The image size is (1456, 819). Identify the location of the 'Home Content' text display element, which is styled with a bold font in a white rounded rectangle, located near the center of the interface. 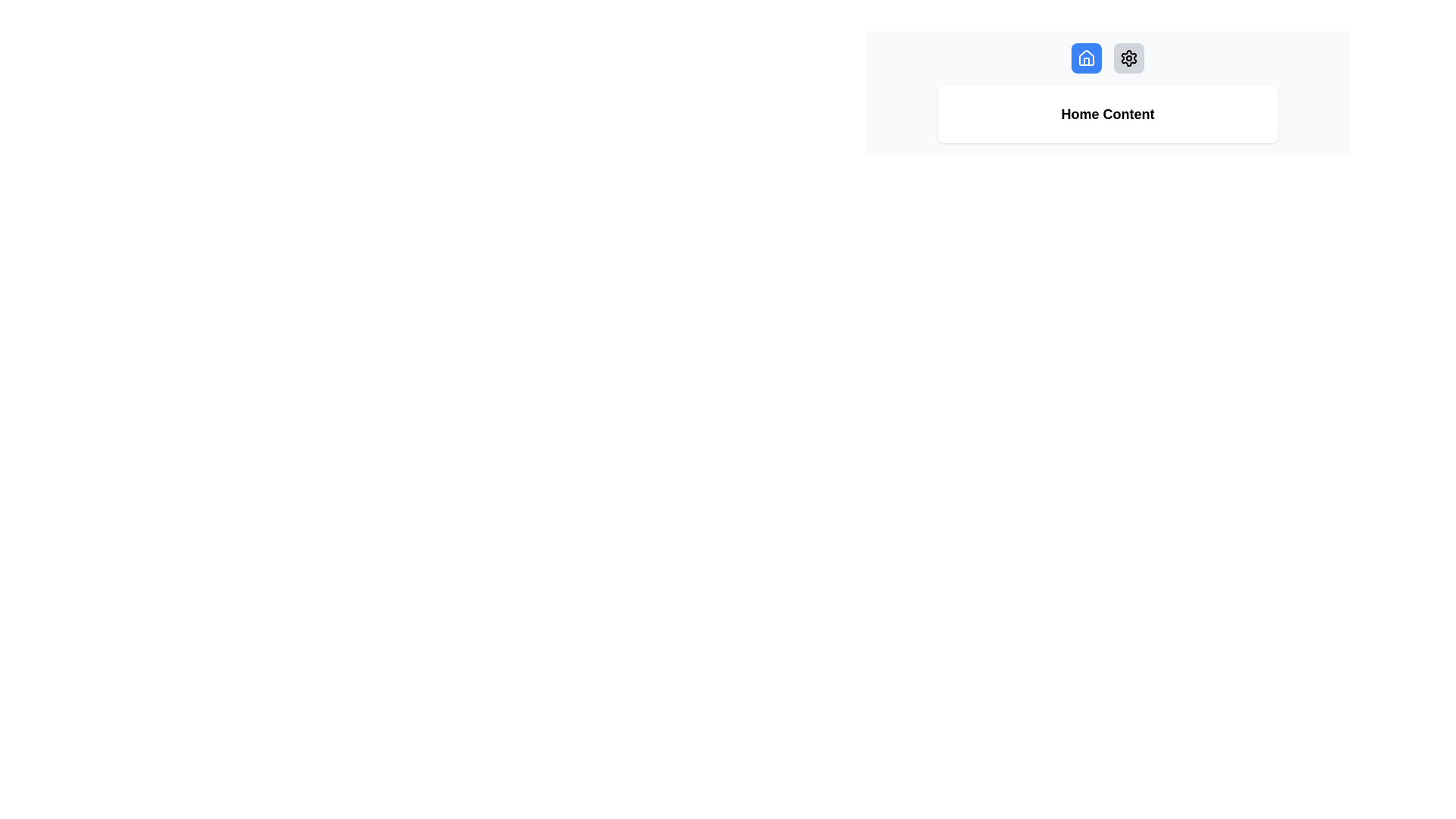
(1107, 113).